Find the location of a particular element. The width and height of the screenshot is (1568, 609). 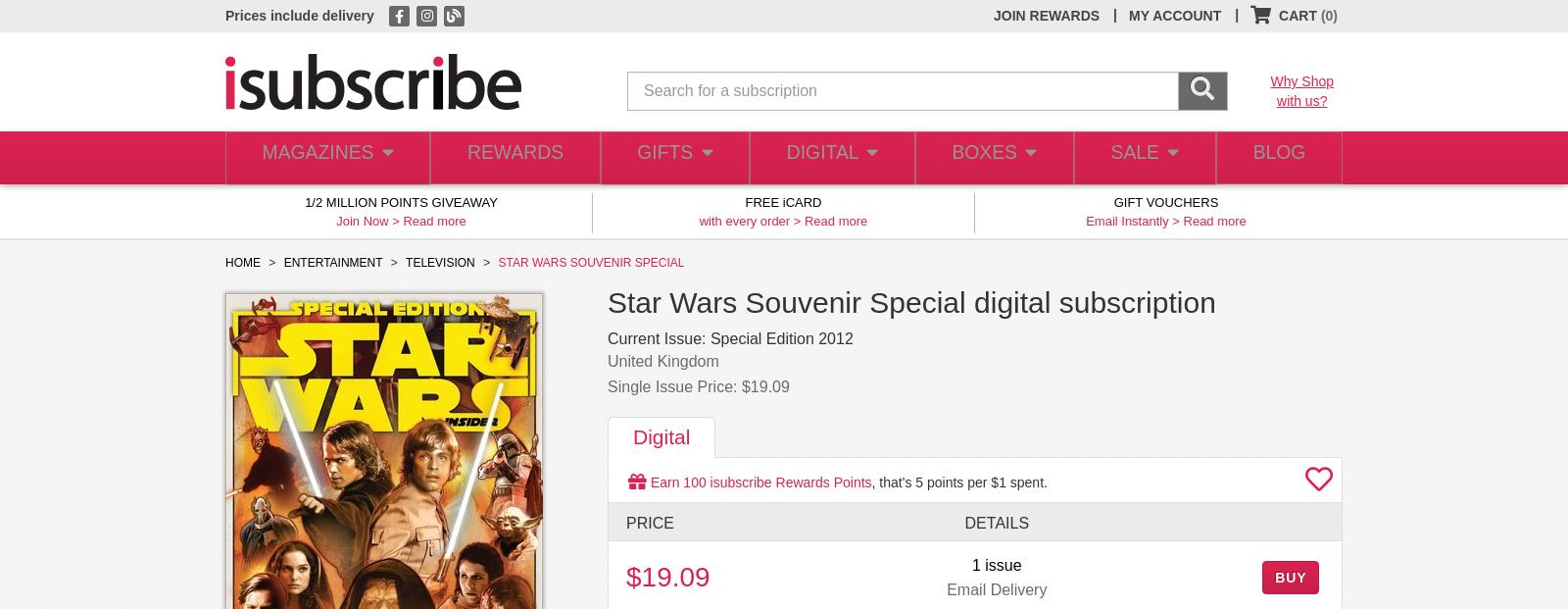

'1 issue' is located at coordinates (996, 564).